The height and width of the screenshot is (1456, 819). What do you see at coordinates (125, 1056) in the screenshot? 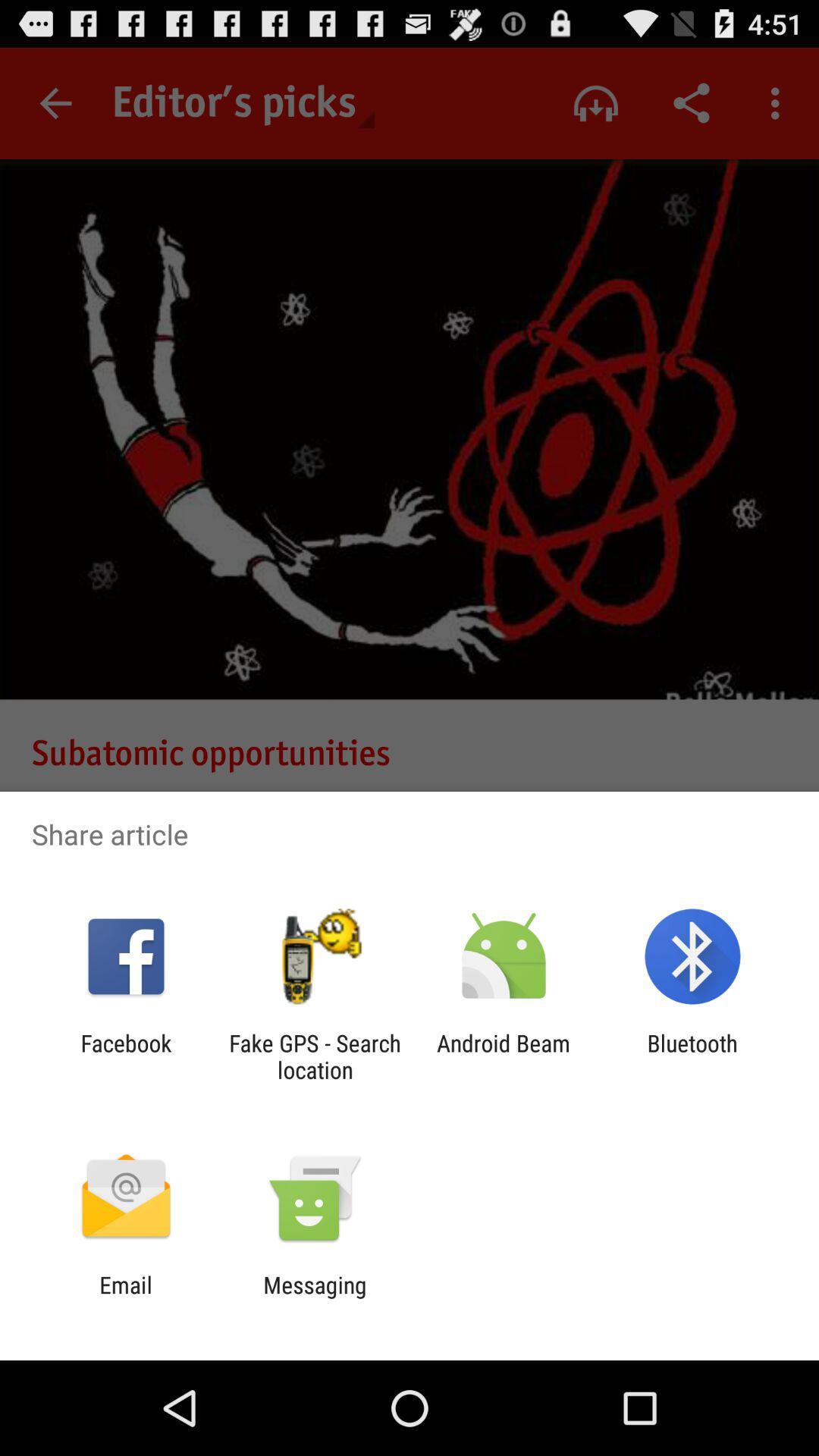
I see `the icon to the left of the fake gps search item` at bounding box center [125, 1056].